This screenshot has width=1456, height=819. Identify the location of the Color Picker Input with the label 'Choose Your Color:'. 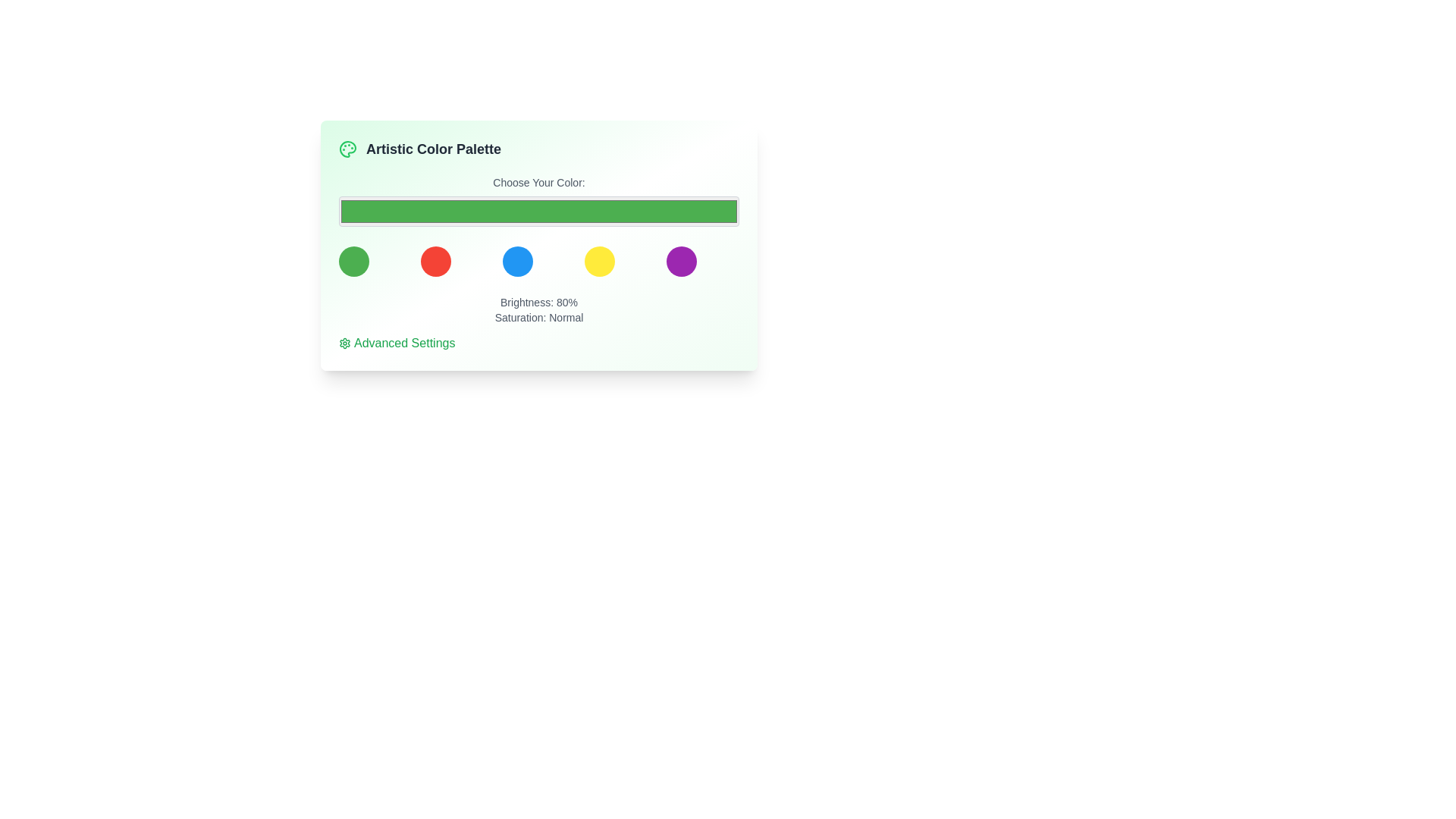
(538, 201).